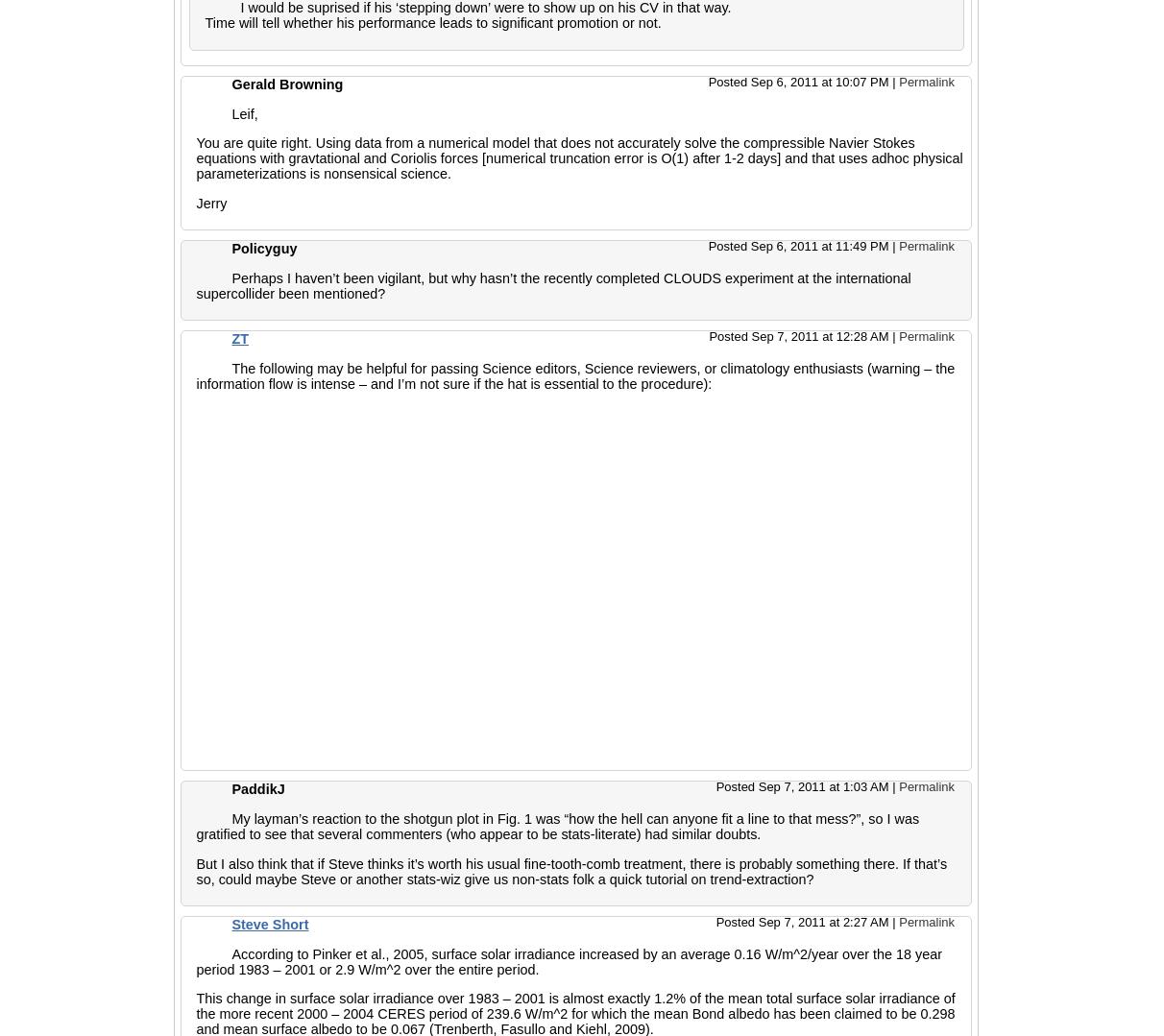  What do you see at coordinates (484, 7) in the screenshot?
I see `'I would be suprised if his ‘stepping down’ were to show up on his CV in that way.'` at bounding box center [484, 7].